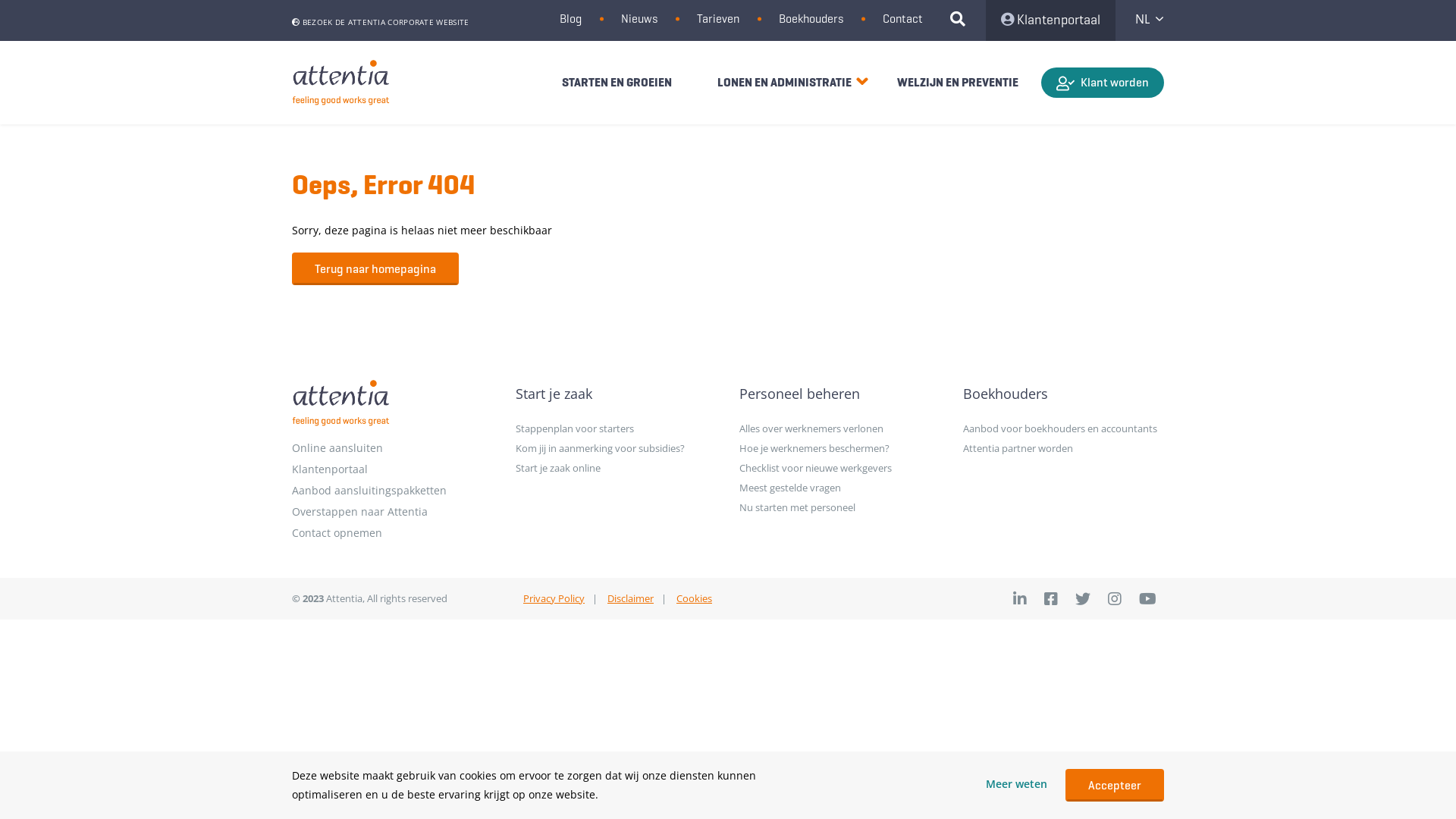  I want to click on 'Home', so click(340, 83).